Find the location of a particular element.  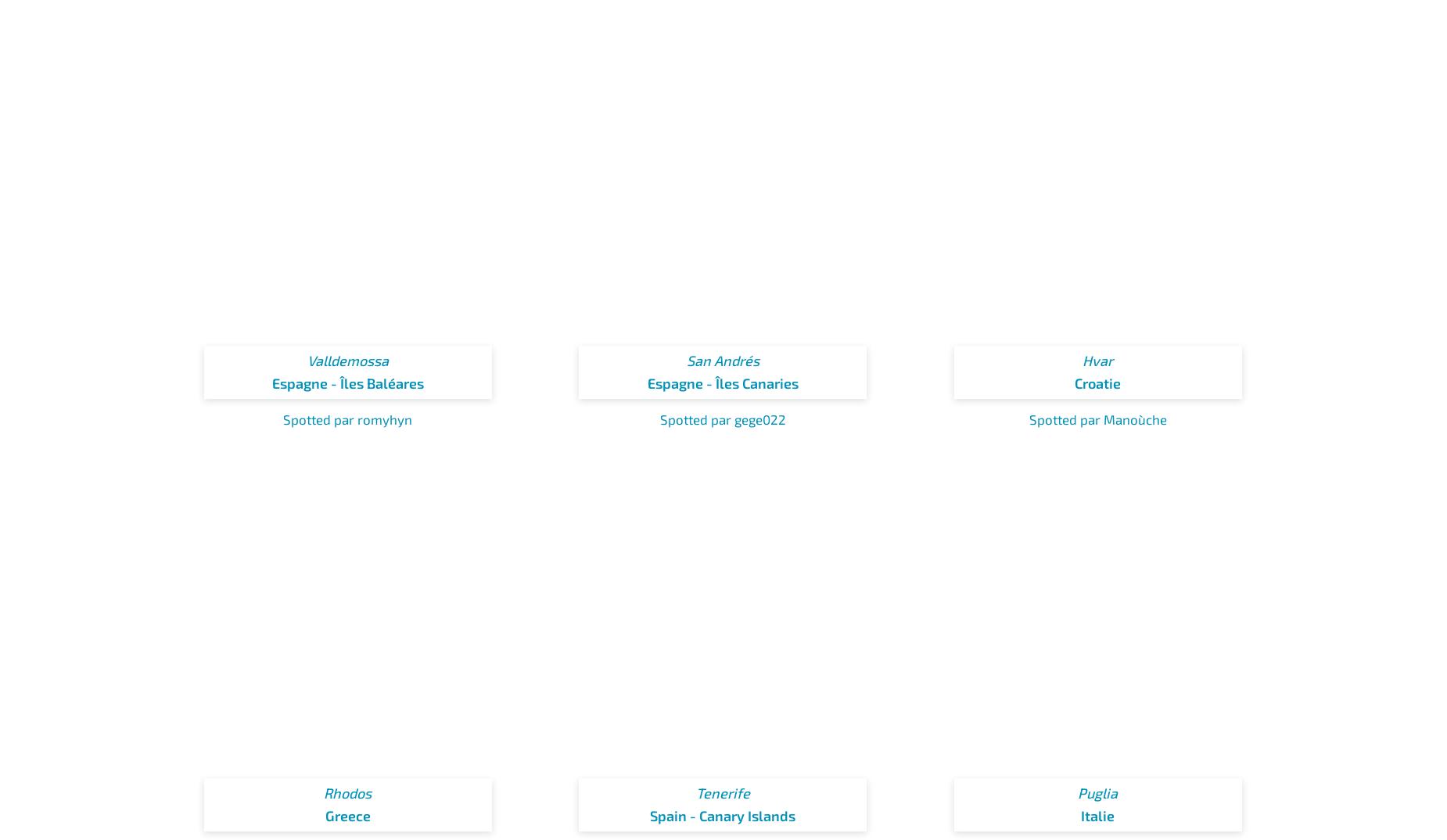

'Spotted par gege022' is located at coordinates (722, 419).